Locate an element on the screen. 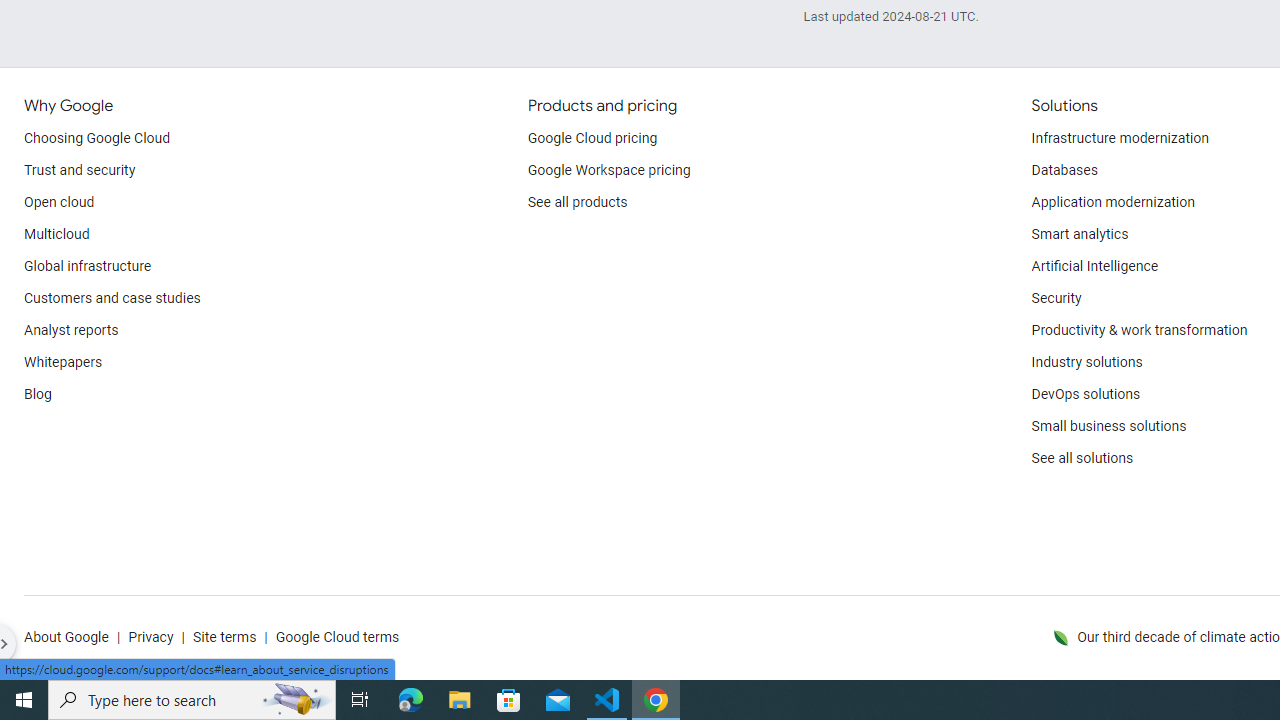  'Security' is located at coordinates (1055, 299).